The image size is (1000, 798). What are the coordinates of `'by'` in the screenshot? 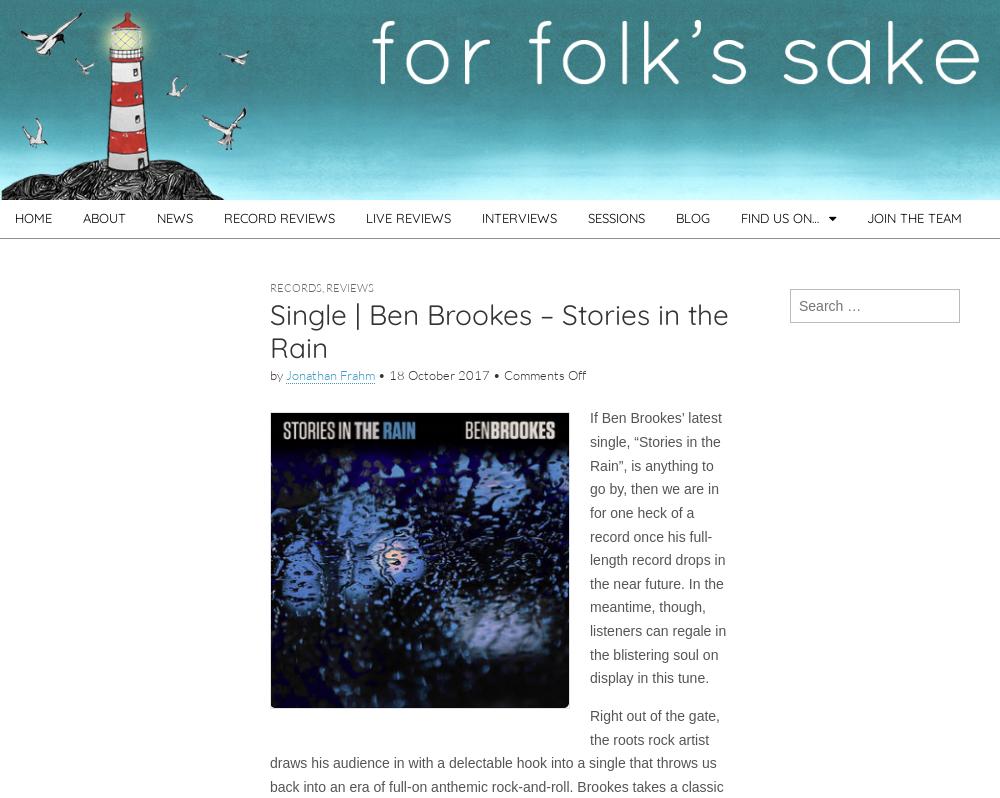 It's located at (278, 374).